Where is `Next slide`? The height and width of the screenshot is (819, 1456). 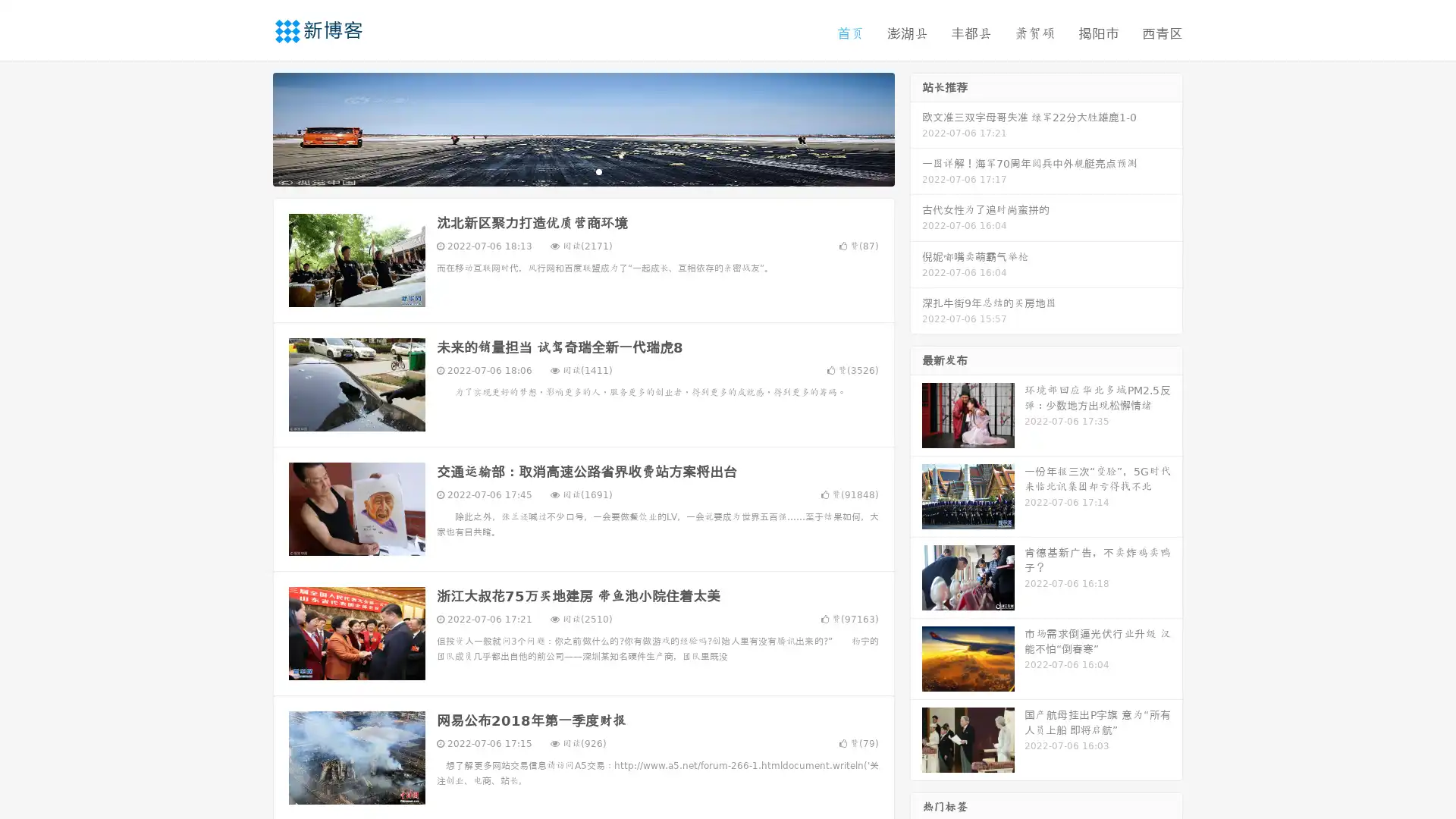
Next slide is located at coordinates (916, 127).